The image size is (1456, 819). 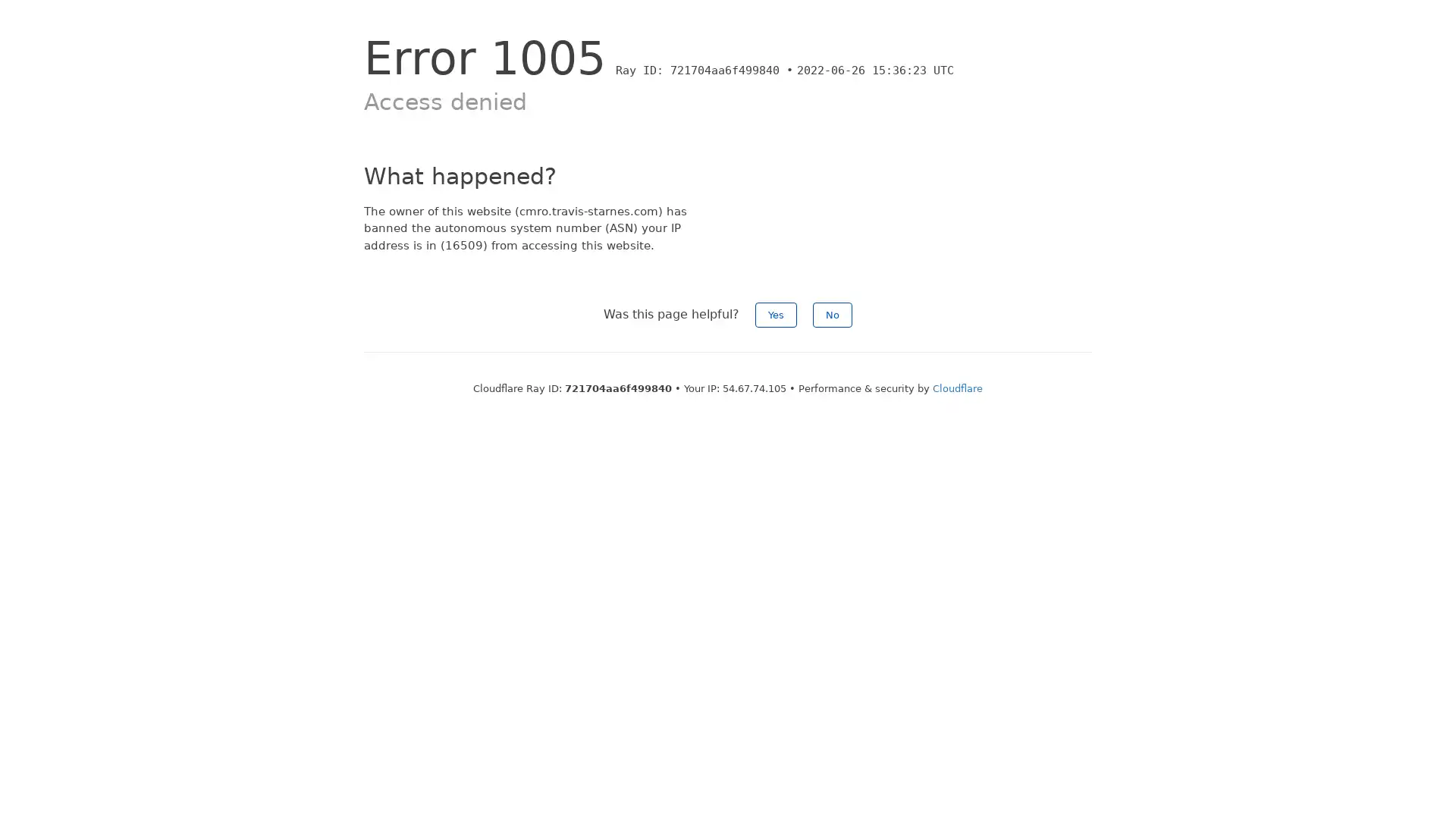 What do you see at coordinates (832, 314) in the screenshot?
I see `No` at bounding box center [832, 314].